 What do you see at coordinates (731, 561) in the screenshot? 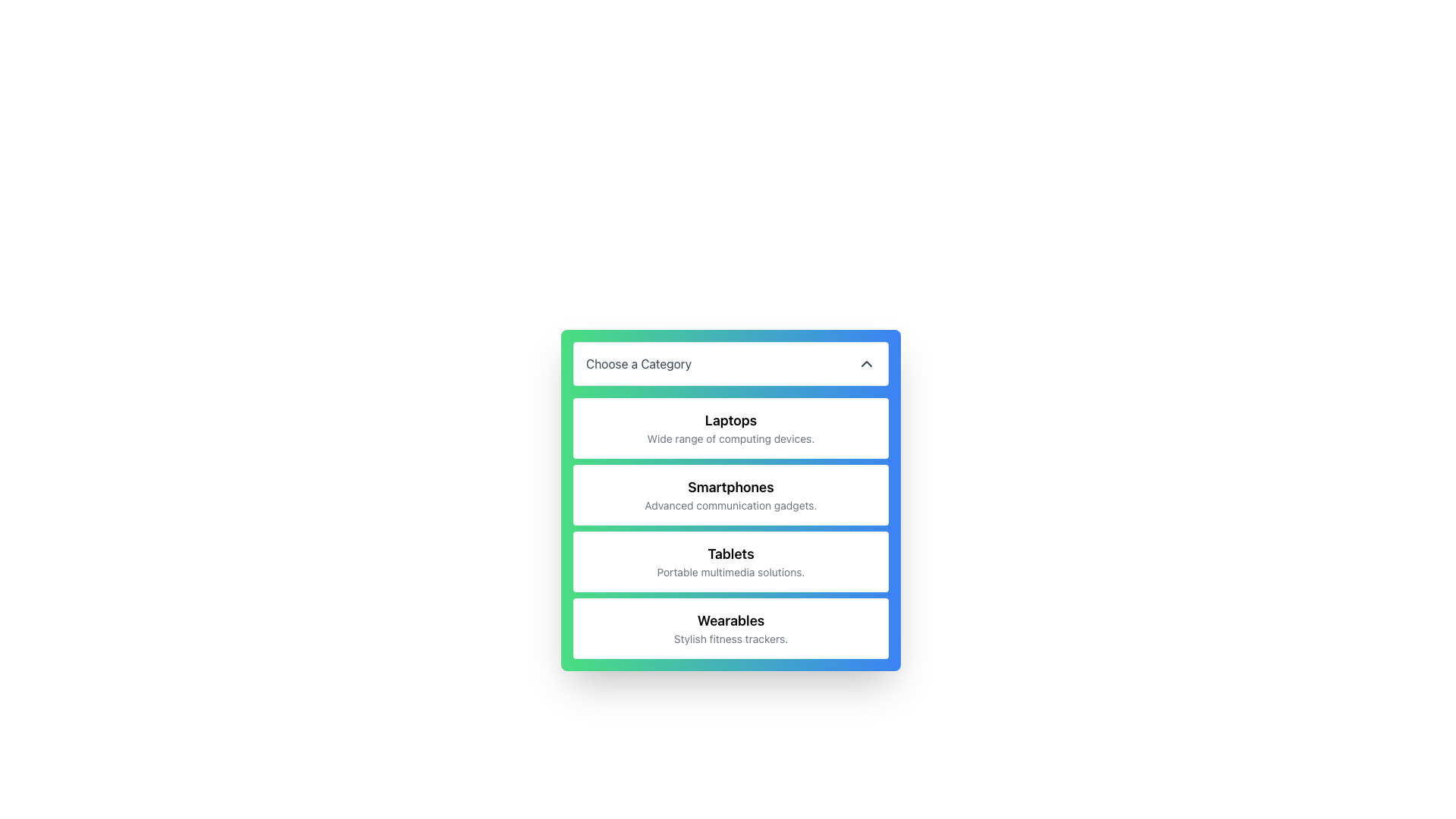
I see `the 'Tablets' category card, which is the third card in a vertically-stacked list of cards, featuring a white background and rounded corners, displaying 'Tablets' in bold black text` at bounding box center [731, 561].